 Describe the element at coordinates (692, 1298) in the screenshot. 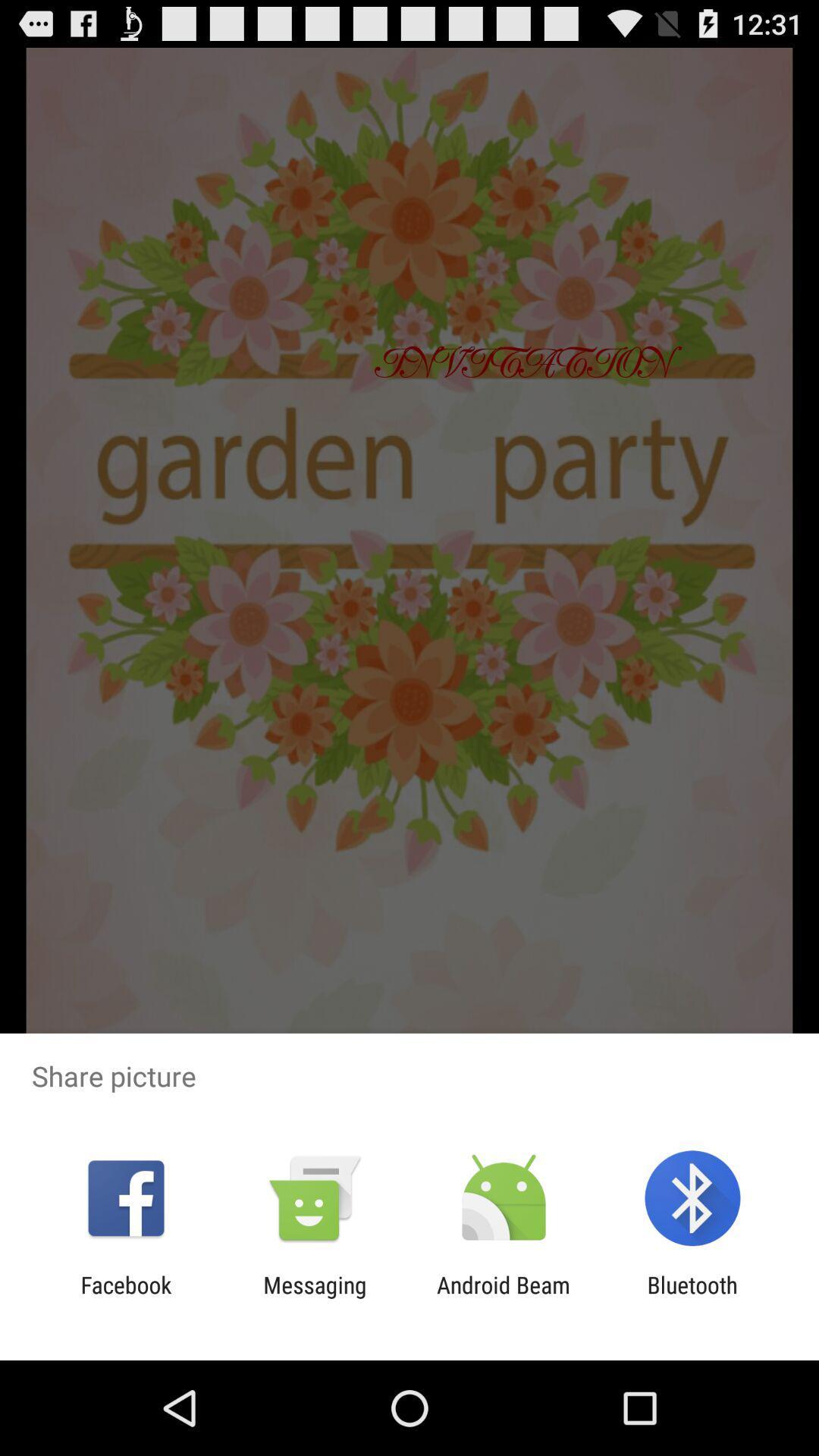

I see `item to the right of the android beam app` at that location.